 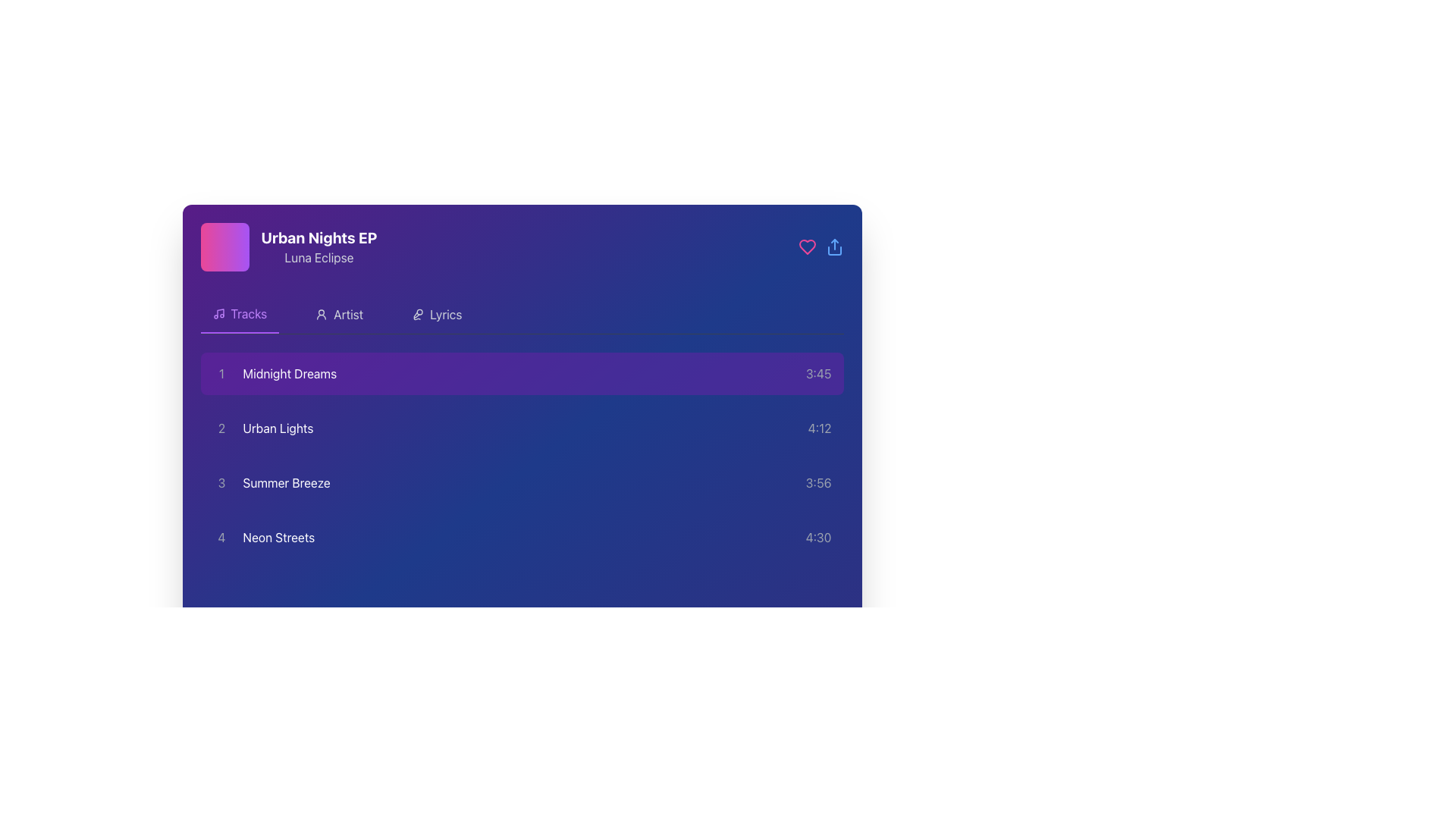 What do you see at coordinates (819, 428) in the screenshot?
I see `the static text label displaying '4:12', which is positioned on the right side of the 'Urban Lights' list item in the playlist` at bounding box center [819, 428].